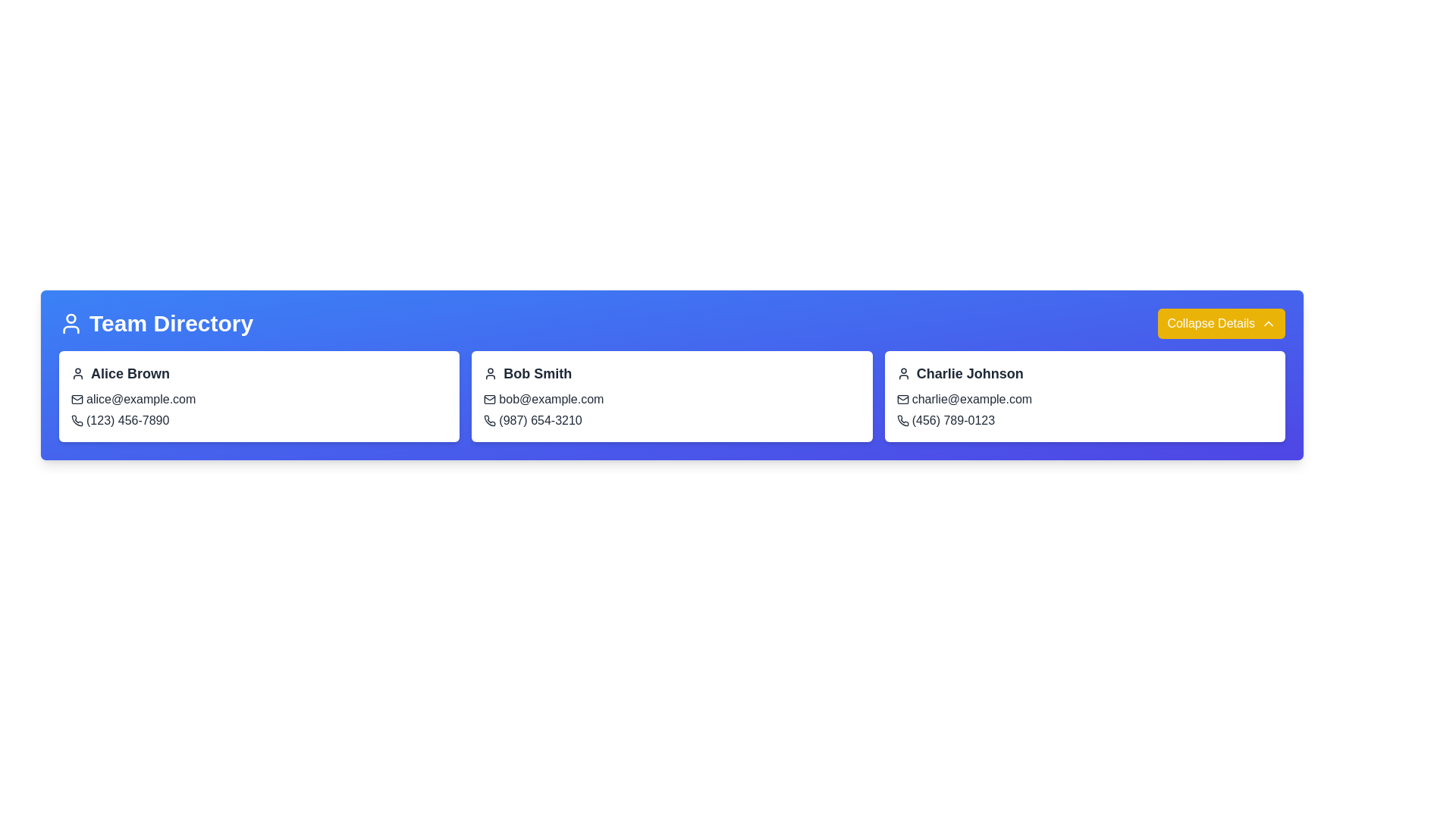 This screenshot has width=1456, height=819. What do you see at coordinates (76, 399) in the screenshot?
I see `the rectangle component of the SVG graphic, which represents an envelope icon next` at bounding box center [76, 399].